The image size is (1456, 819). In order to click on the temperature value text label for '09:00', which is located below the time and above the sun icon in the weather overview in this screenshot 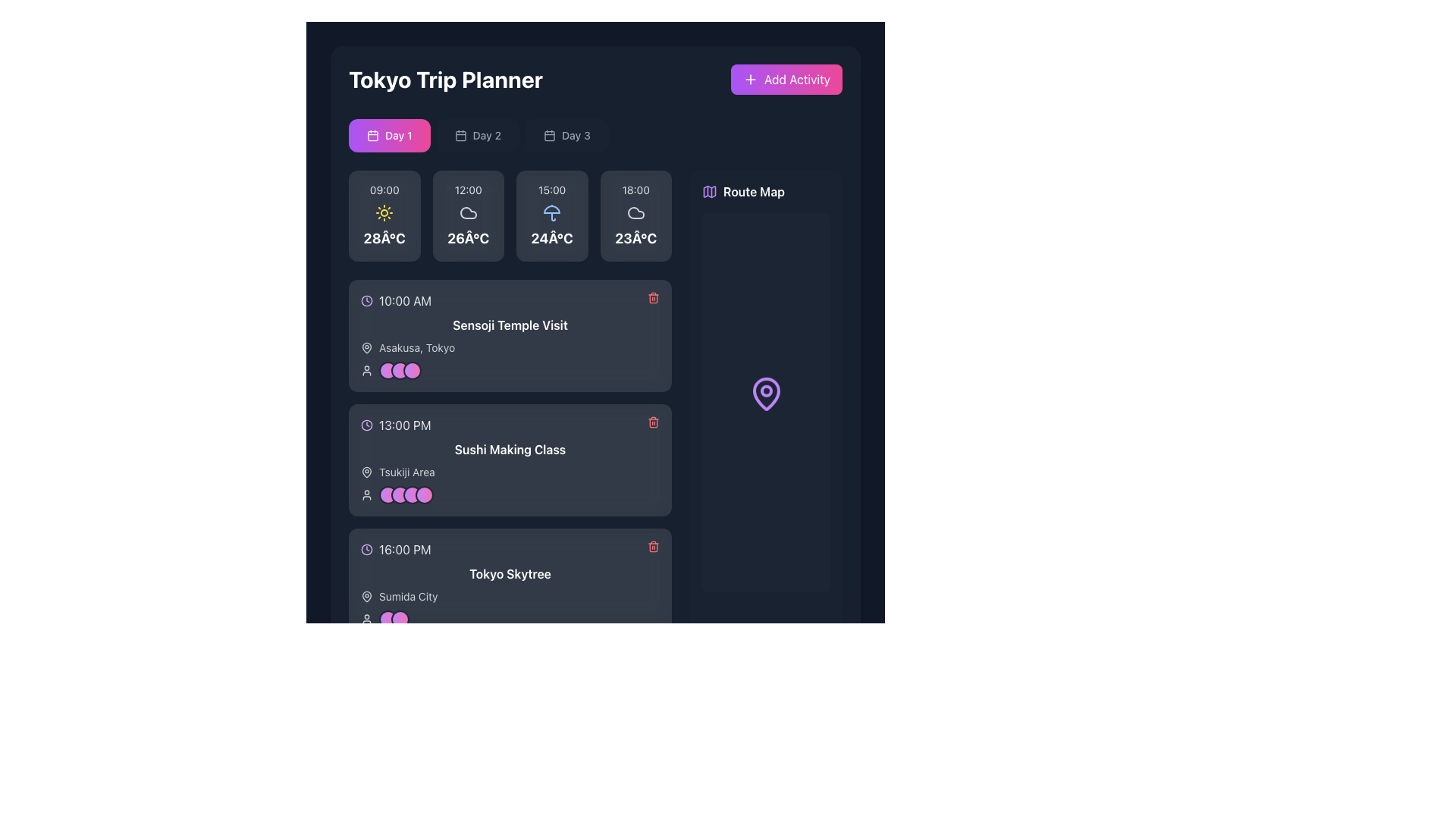, I will do `click(384, 239)`.